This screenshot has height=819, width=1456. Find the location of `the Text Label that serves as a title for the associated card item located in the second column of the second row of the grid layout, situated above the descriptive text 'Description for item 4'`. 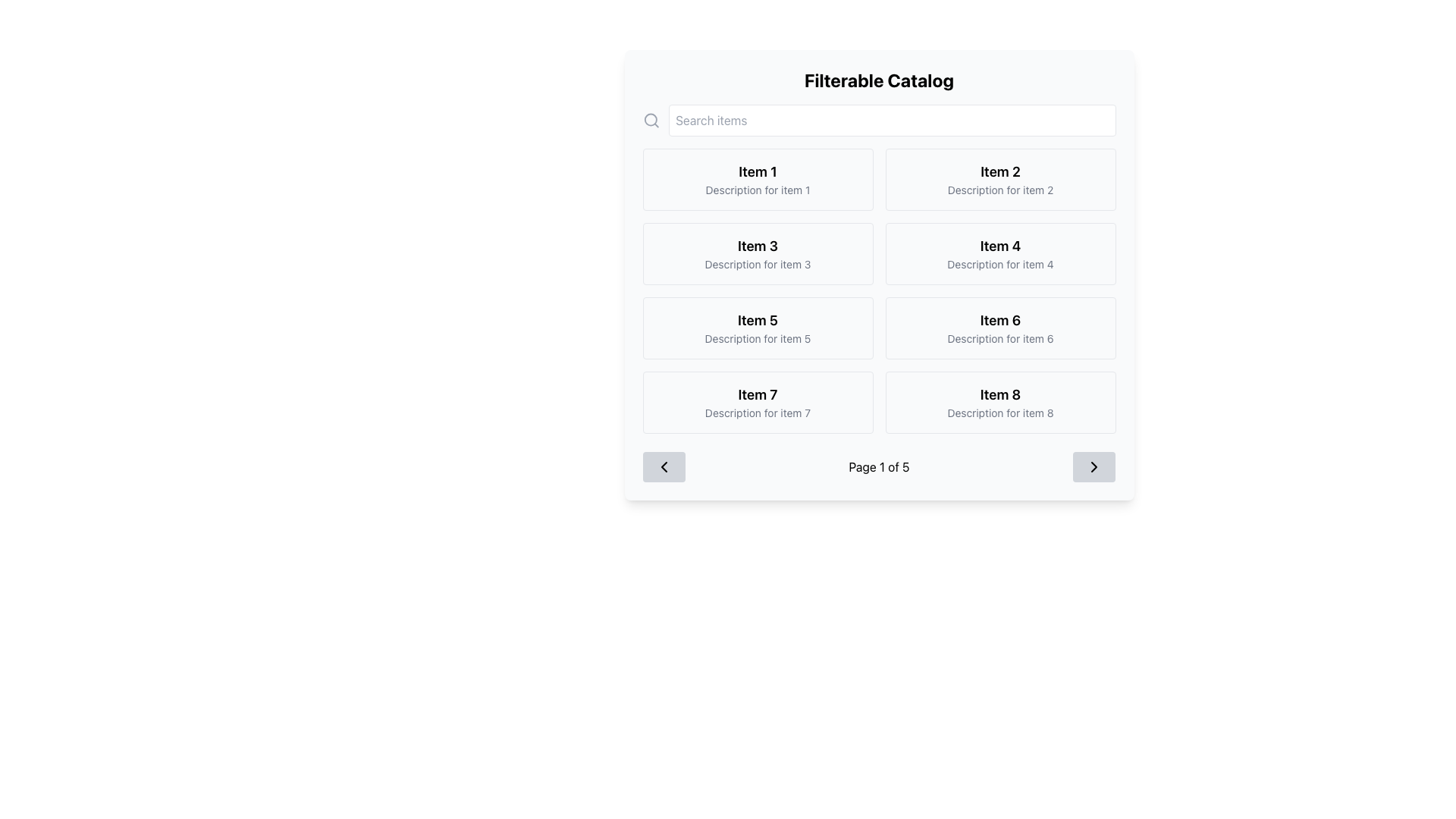

the Text Label that serves as a title for the associated card item located in the second column of the second row of the grid layout, situated above the descriptive text 'Description for item 4' is located at coordinates (1000, 245).